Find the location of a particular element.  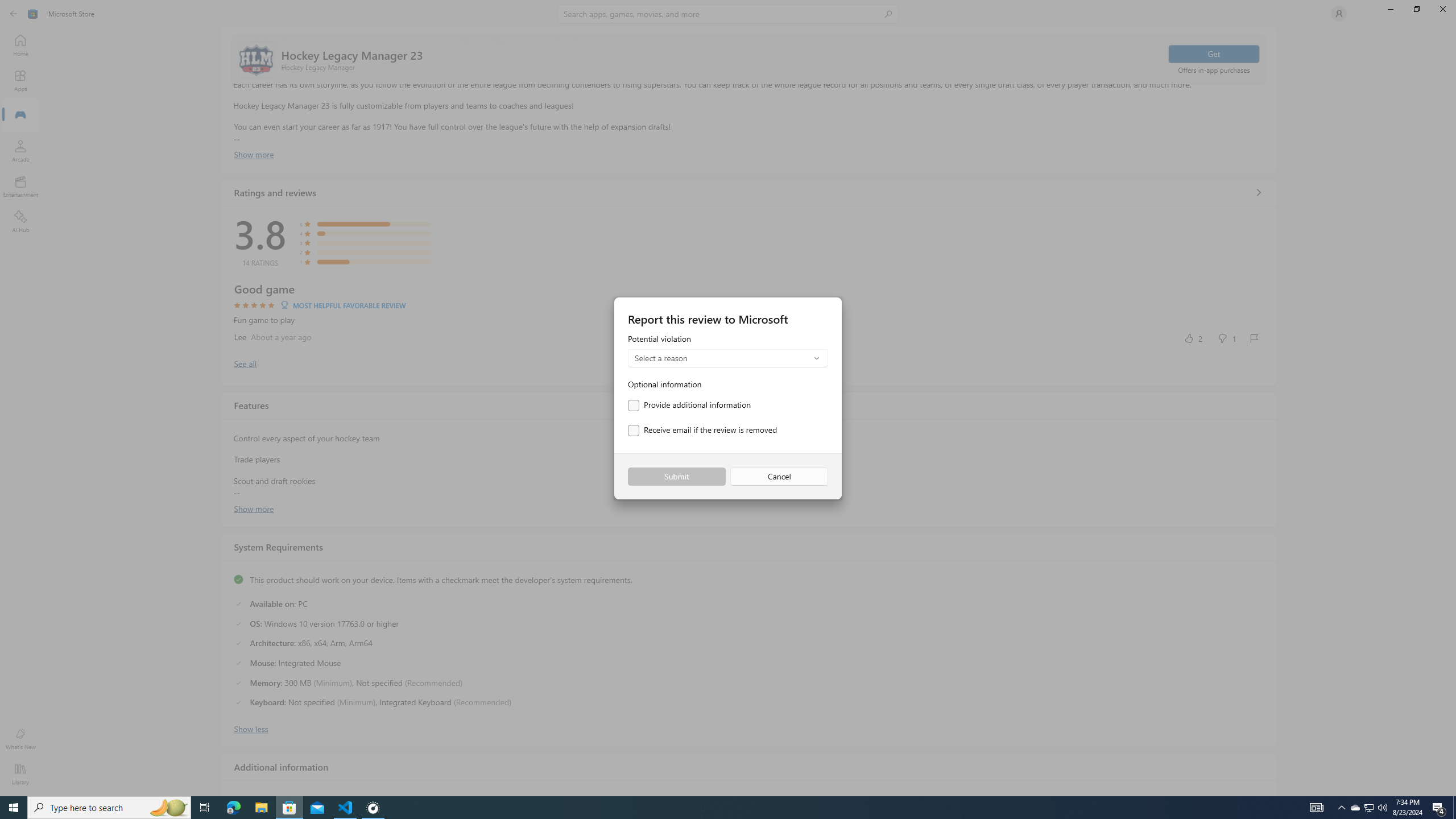

'Show all ratings and reviews' is located at coordinates (244, 362).